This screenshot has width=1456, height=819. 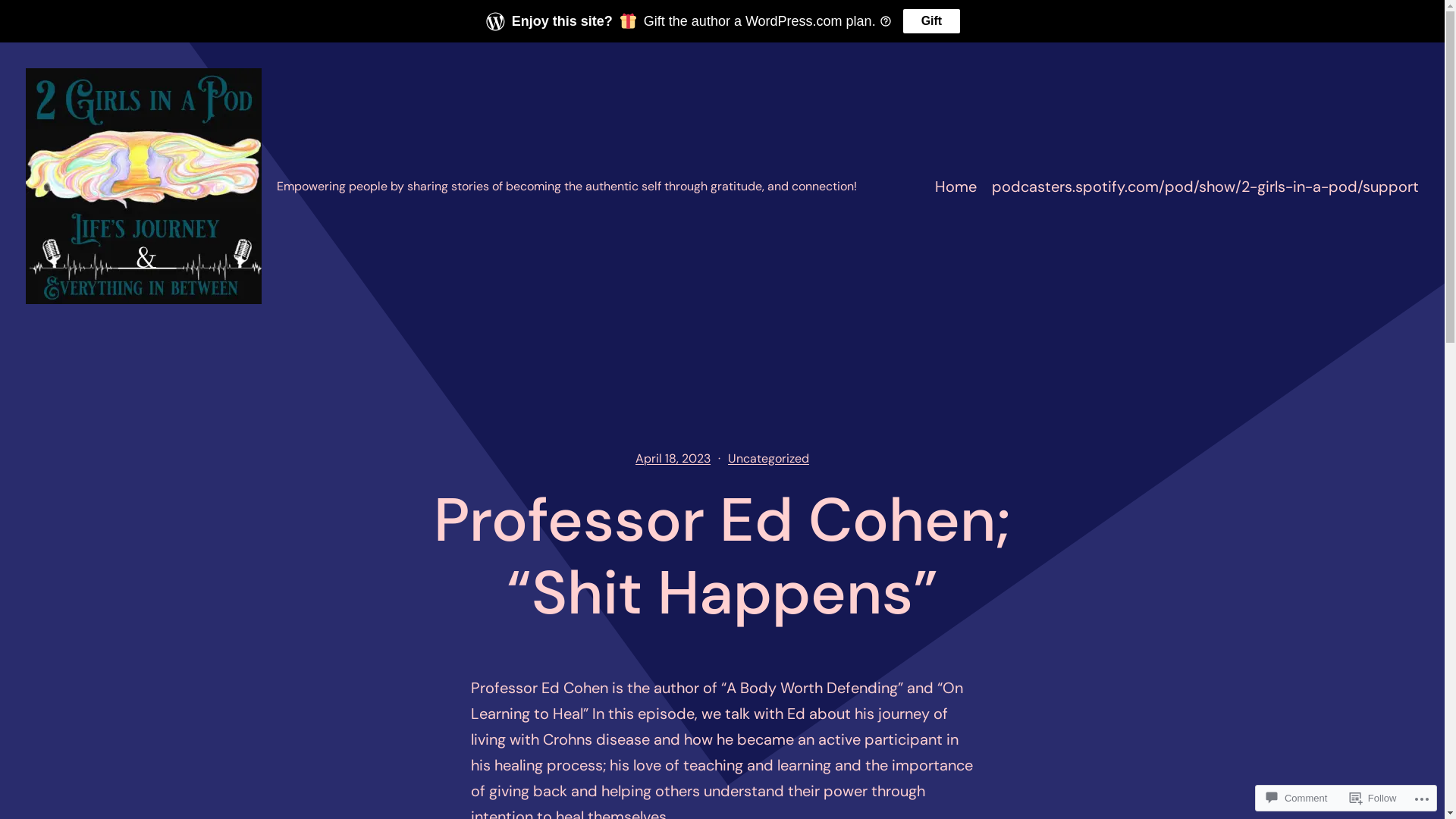 I want to click on 'April 18, 2023', so click(x=635, y=457).